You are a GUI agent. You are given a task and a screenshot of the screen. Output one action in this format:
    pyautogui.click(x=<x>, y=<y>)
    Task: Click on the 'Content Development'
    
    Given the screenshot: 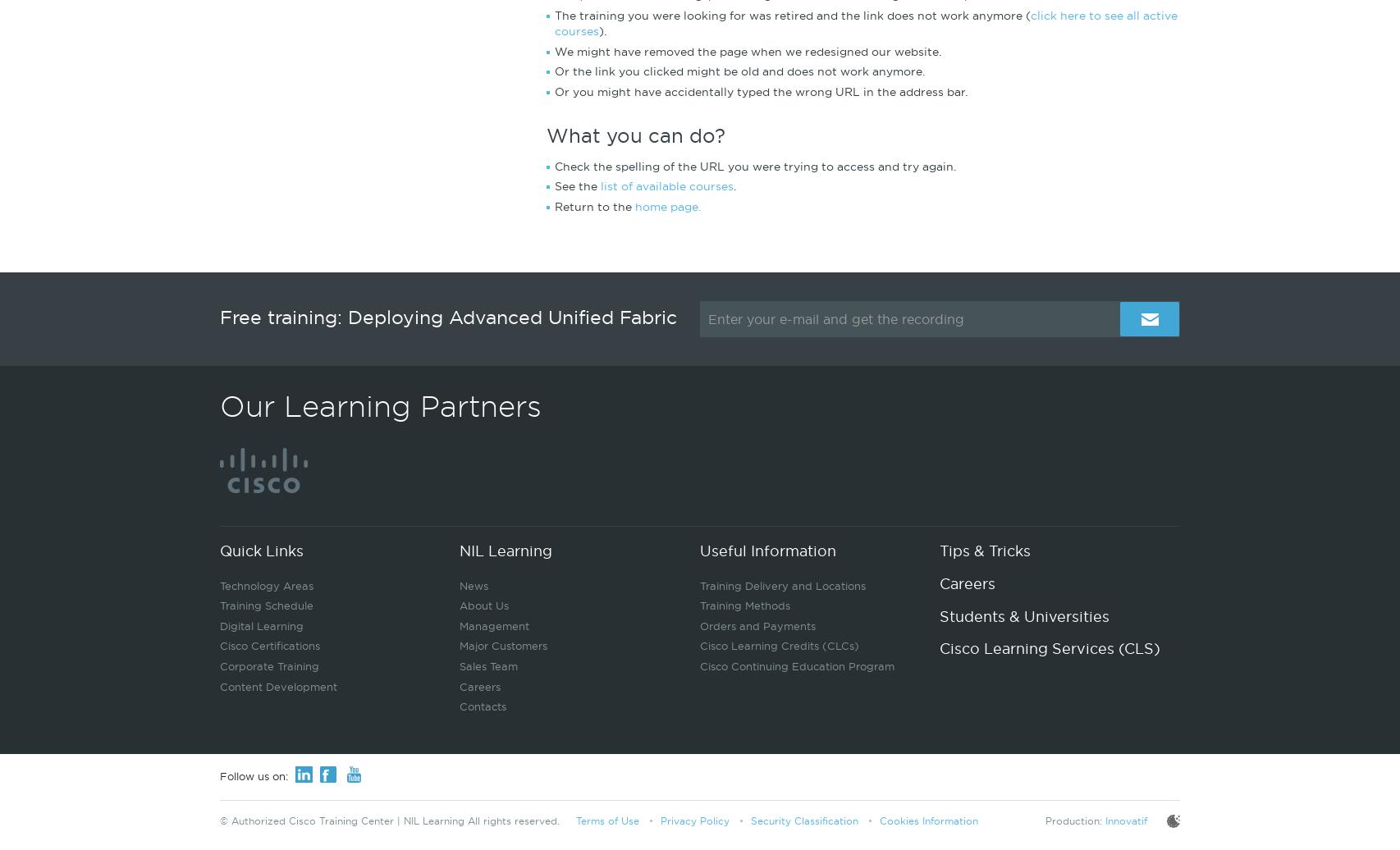 What is the action you would take?
    pyautogui.click(x=278, y=685)
    